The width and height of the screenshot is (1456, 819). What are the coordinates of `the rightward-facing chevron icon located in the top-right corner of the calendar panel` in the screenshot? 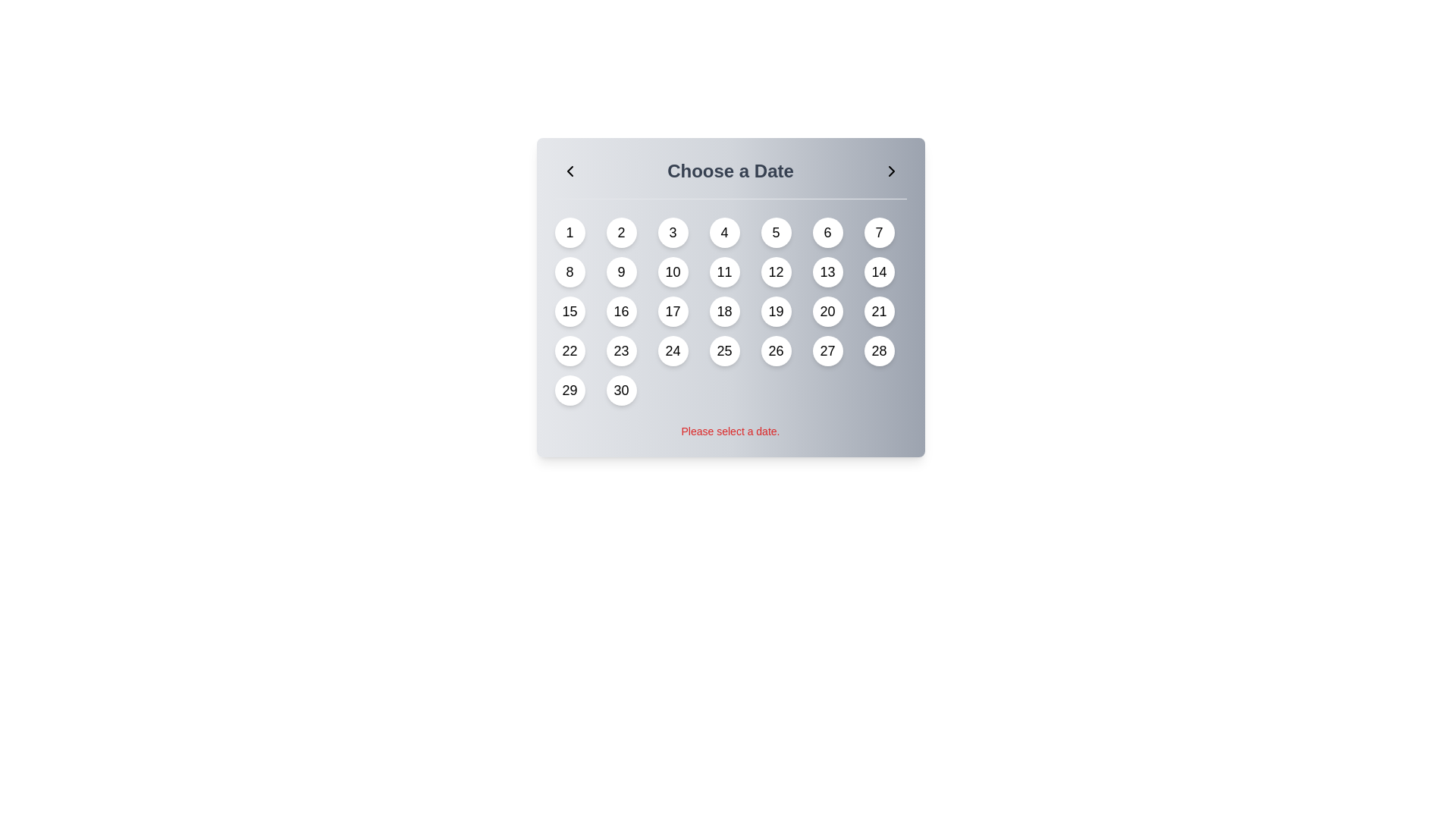 It's located at (891, 171).